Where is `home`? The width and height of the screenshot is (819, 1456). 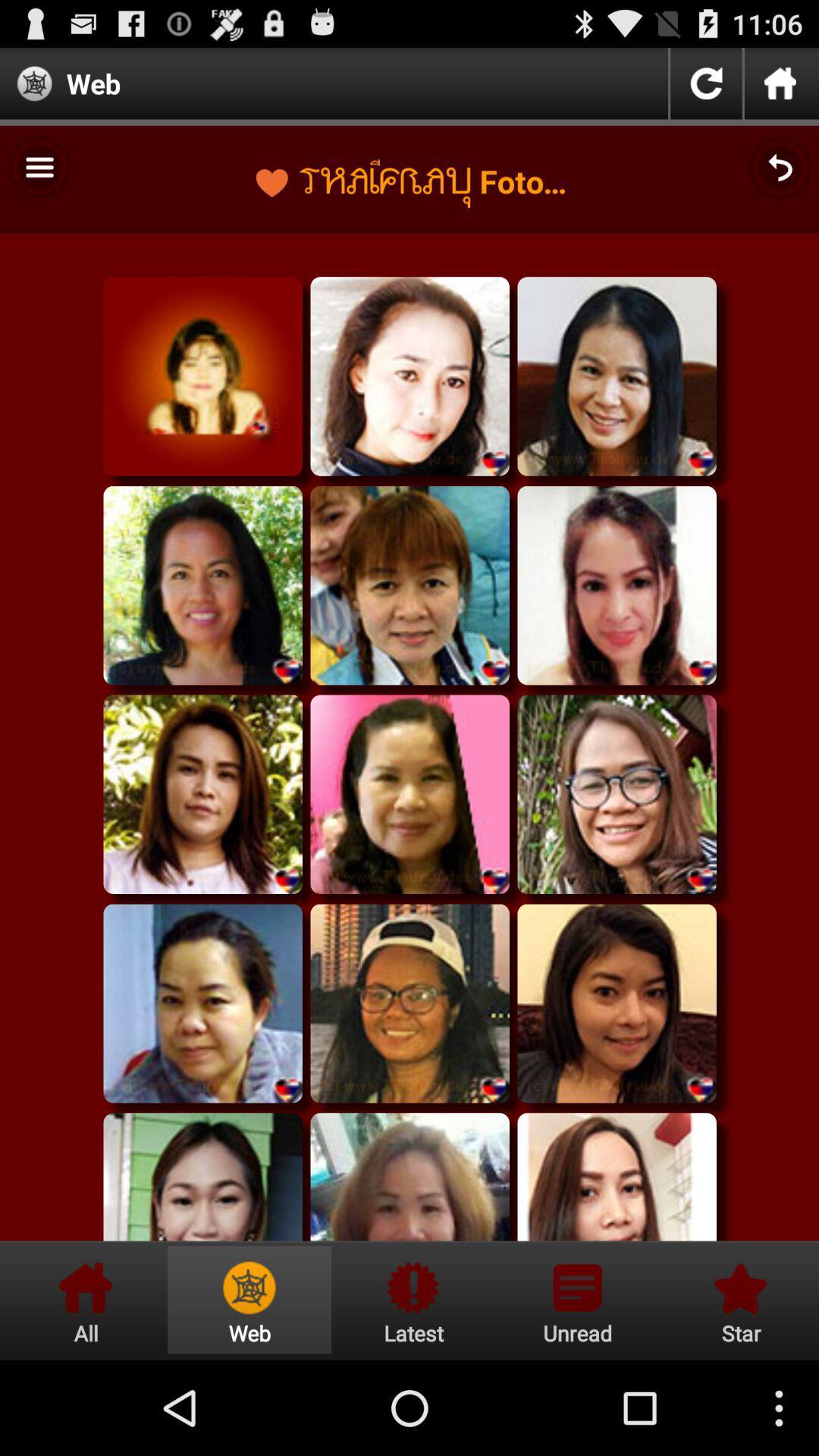 home is located at coordinates (780, 83).